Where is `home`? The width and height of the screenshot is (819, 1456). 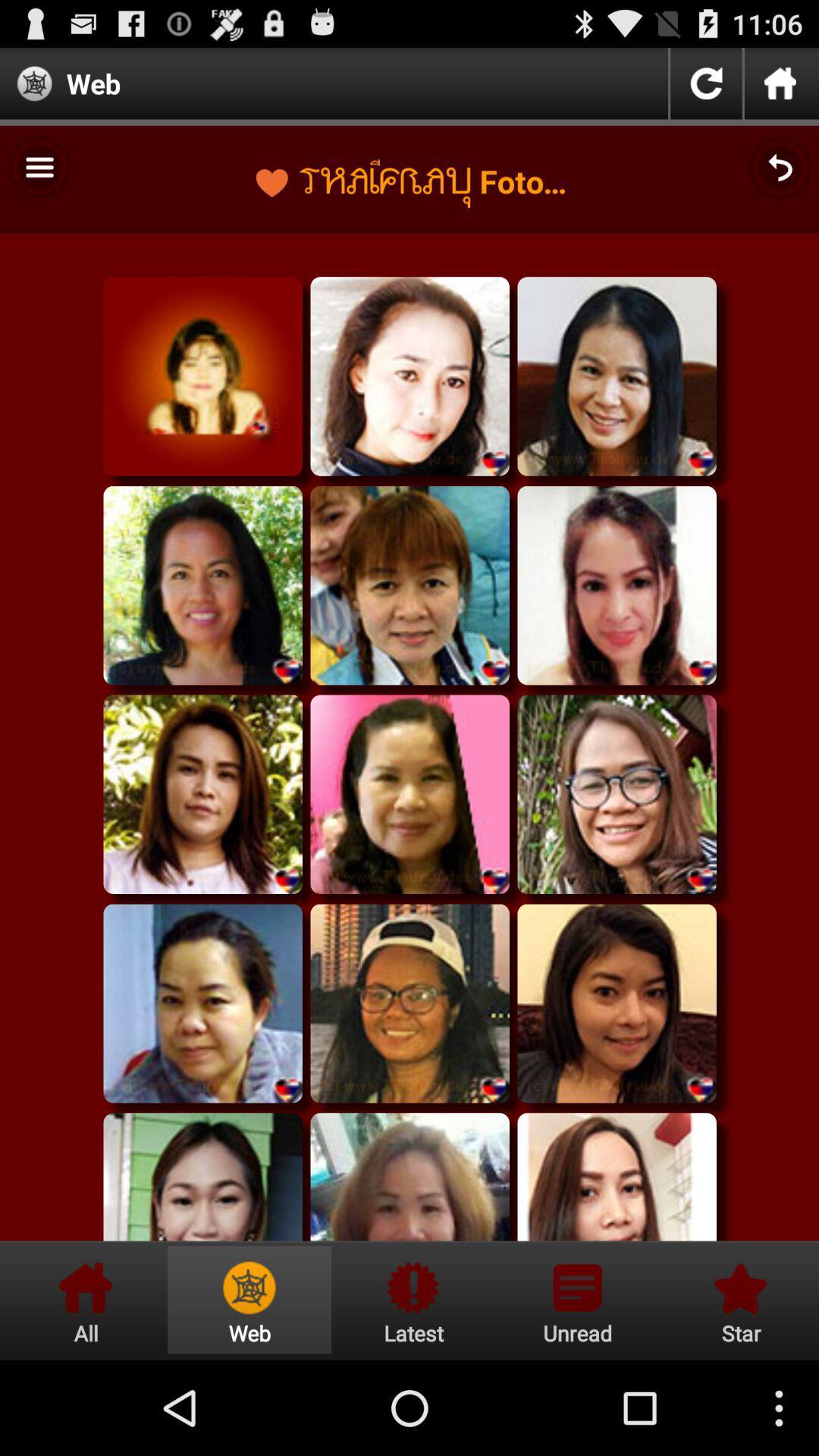 home is located at coordinates (780, 83).